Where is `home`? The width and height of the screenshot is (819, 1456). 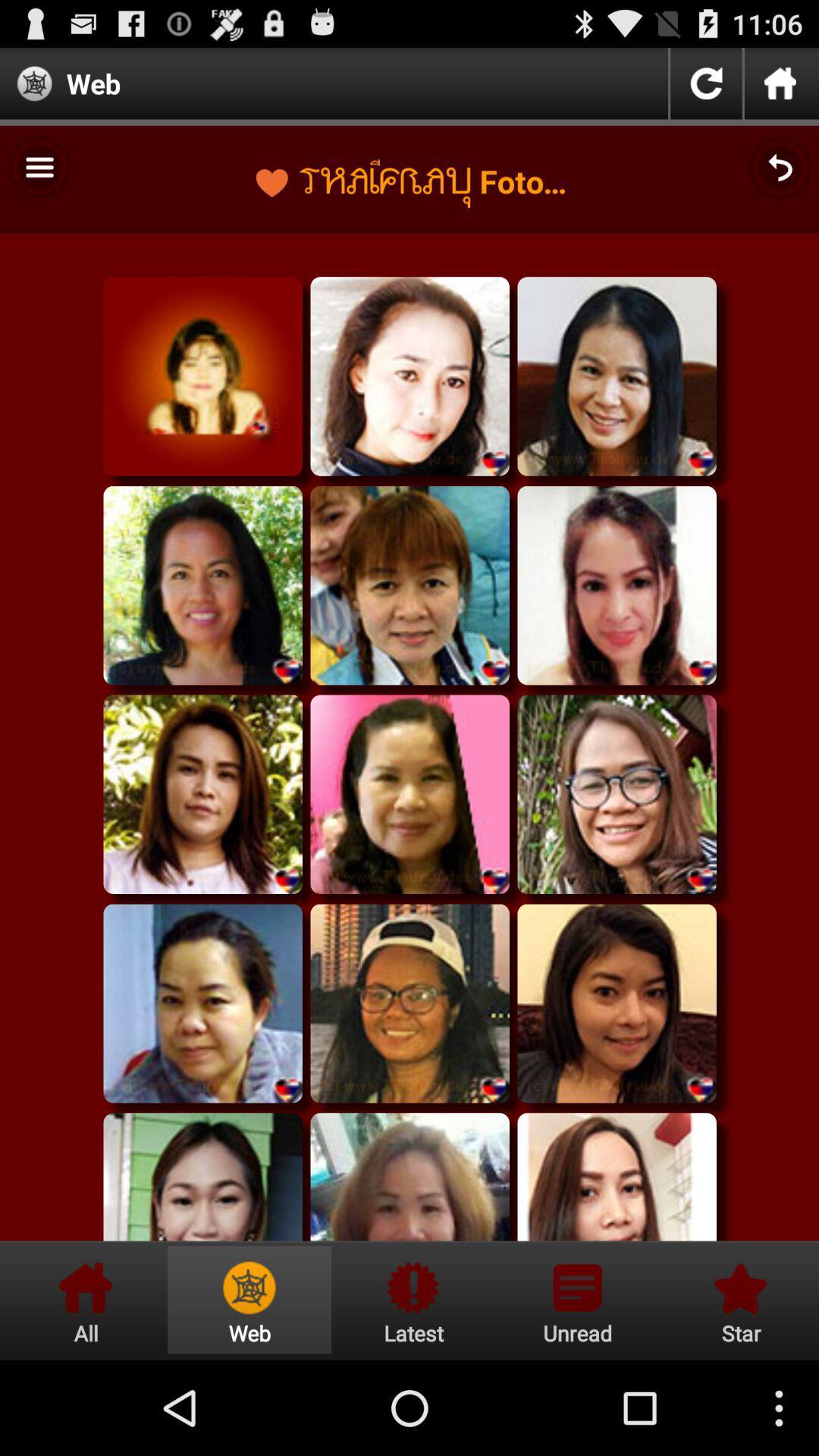 home is located at coordinates (780, 83).